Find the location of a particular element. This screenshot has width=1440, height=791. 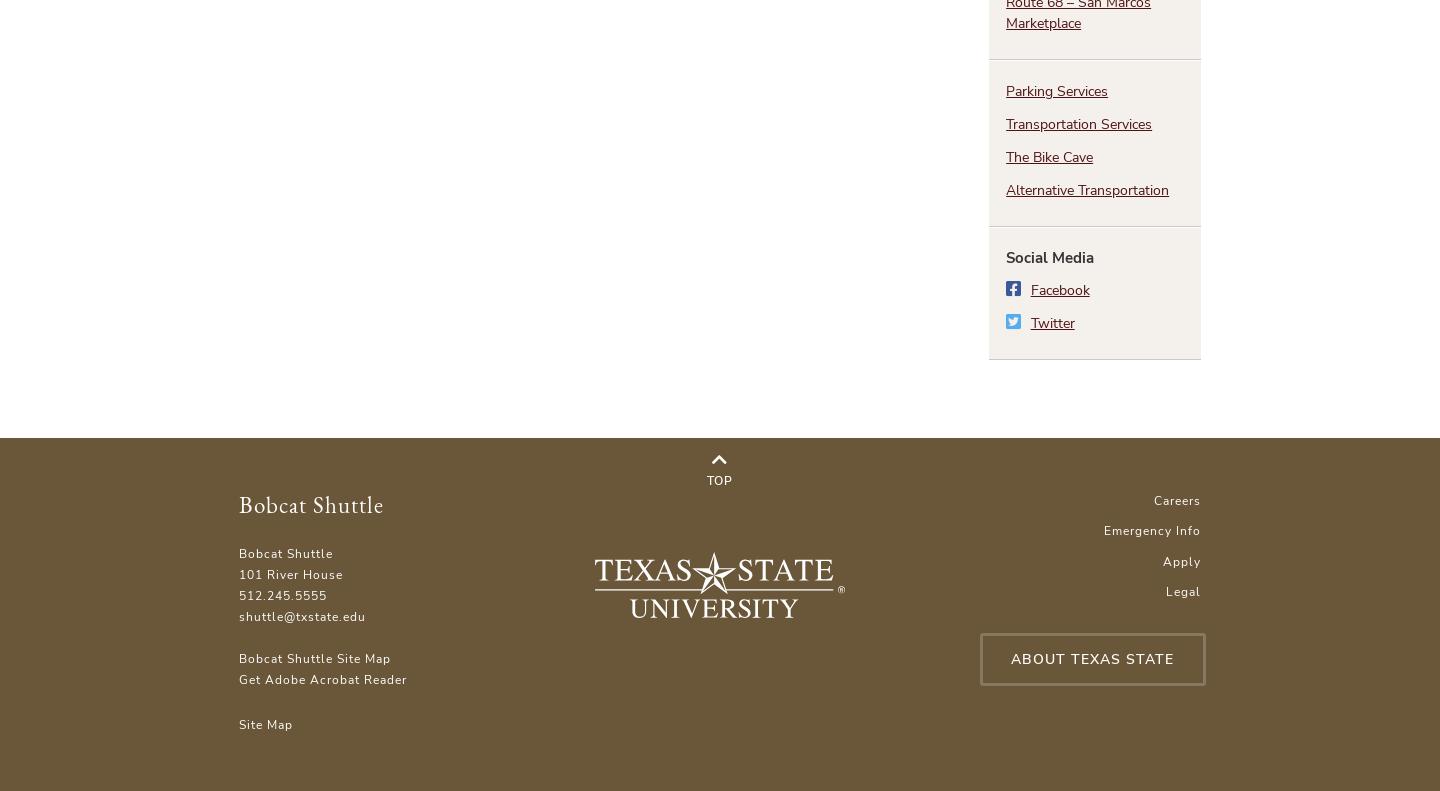

'shuttle@txstate.edu' is located at coordinates (302, 614).